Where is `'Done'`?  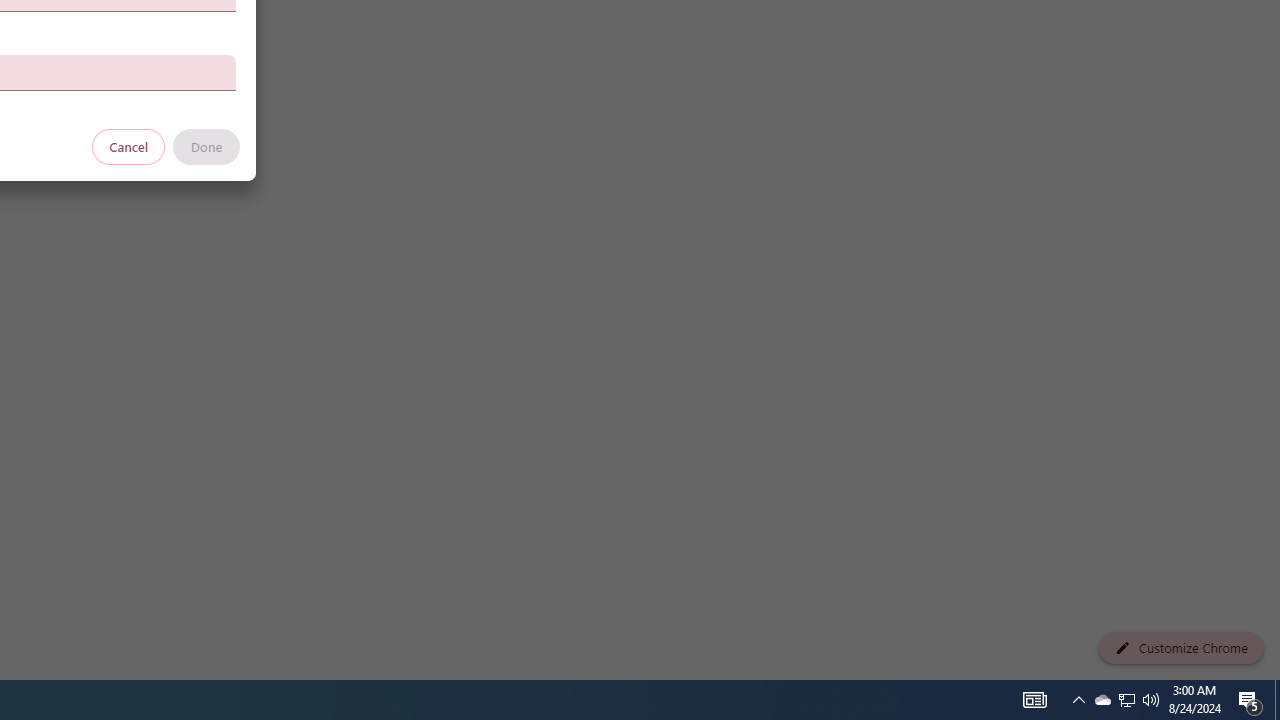 'Done' is located at coordinates (206, 145).